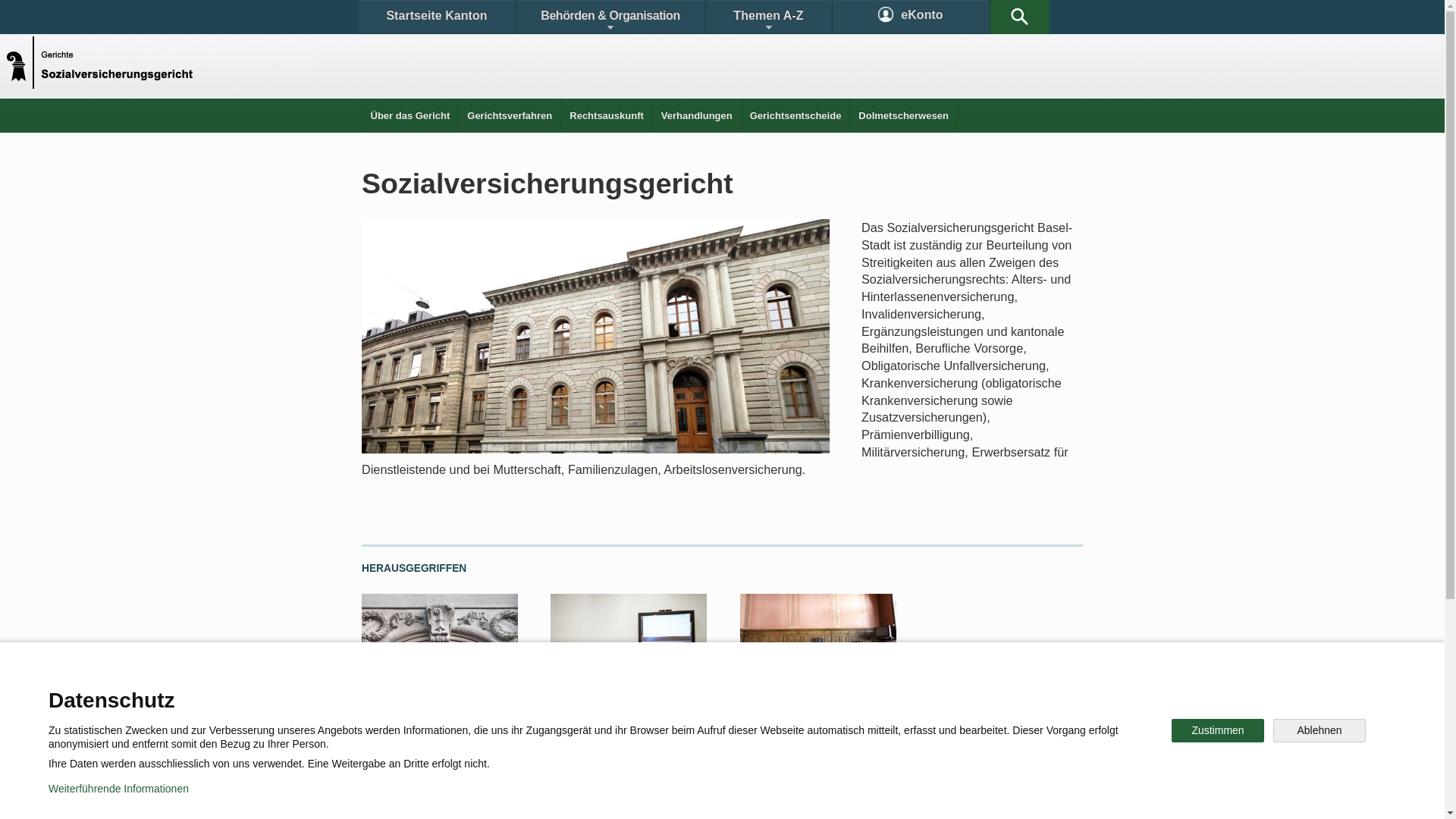  I want to click on 'Gerichtsverfahren', so click(510, 115).